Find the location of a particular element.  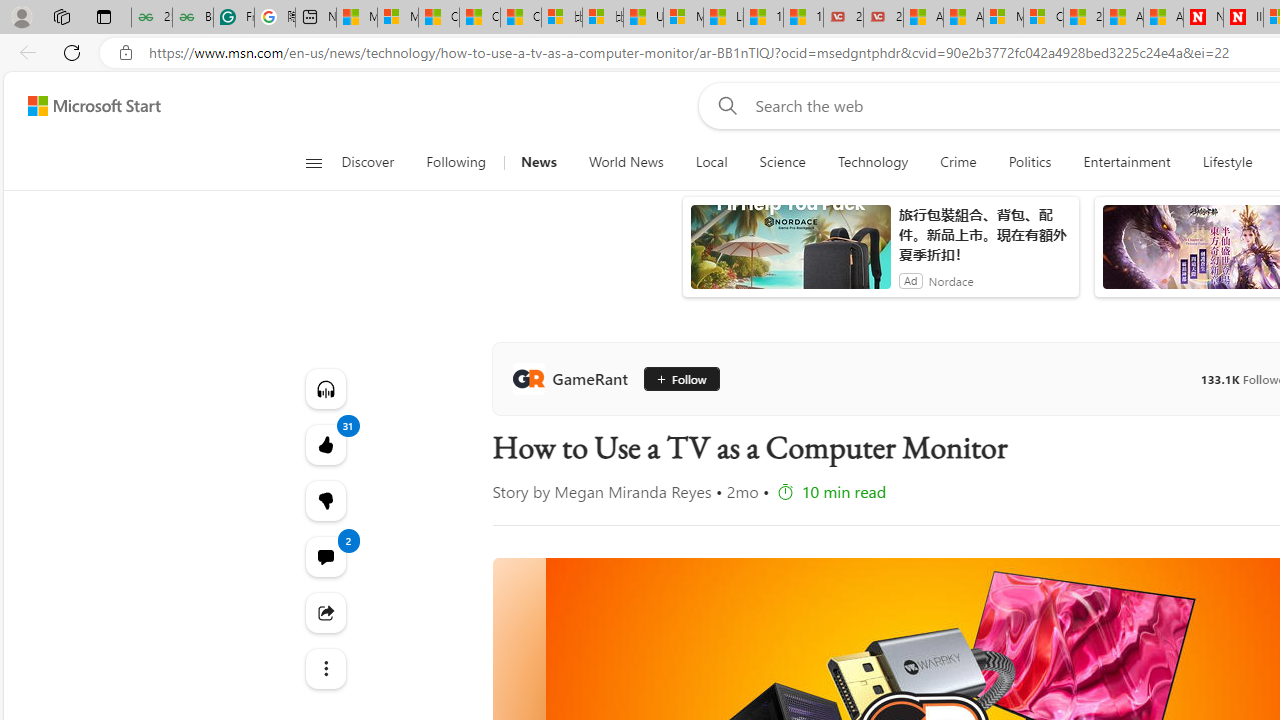

'Follow' is located at coordinates (680, 379).